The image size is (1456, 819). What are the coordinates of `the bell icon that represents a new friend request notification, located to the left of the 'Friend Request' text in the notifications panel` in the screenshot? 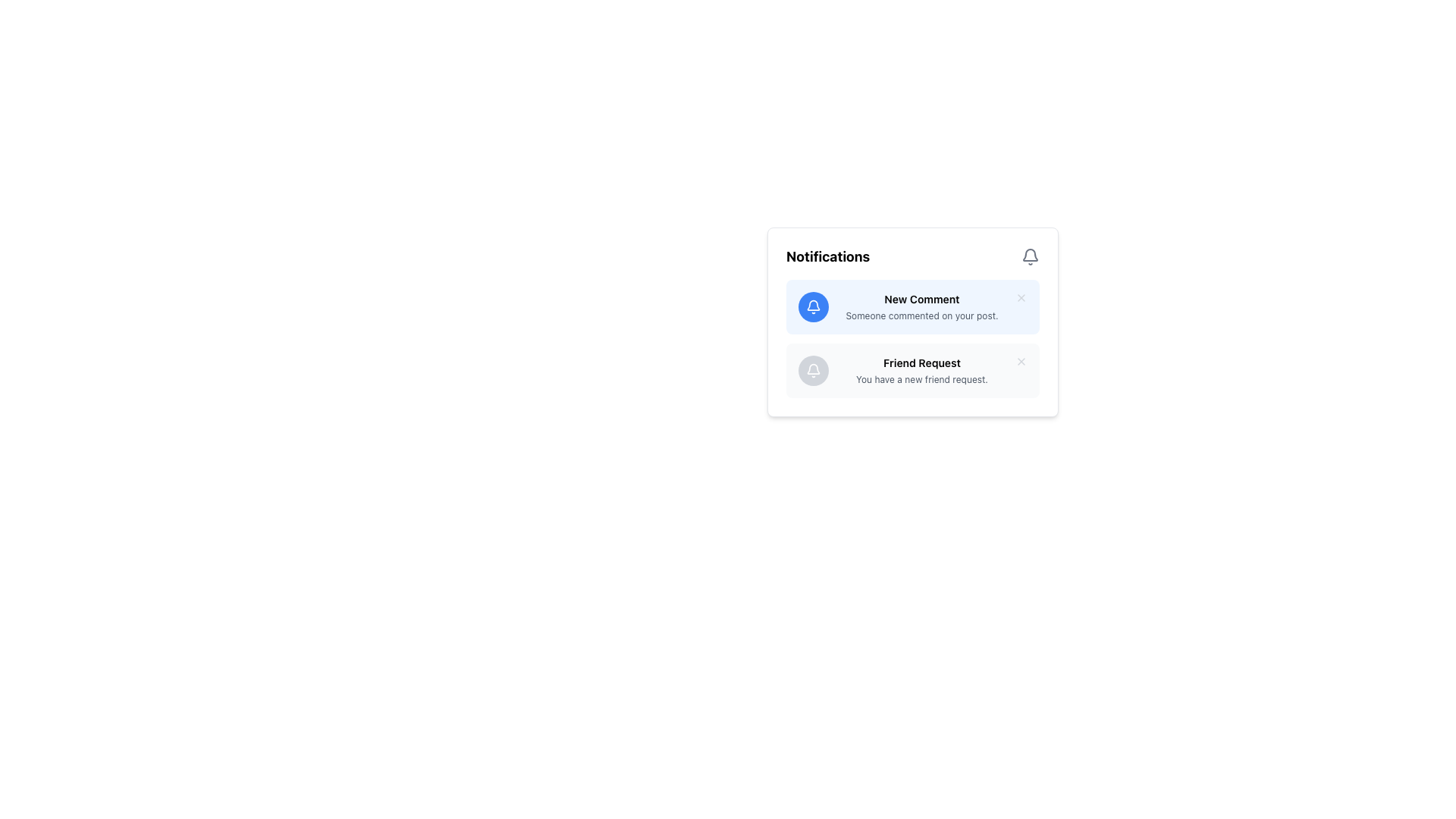 It's located at (813, 371).